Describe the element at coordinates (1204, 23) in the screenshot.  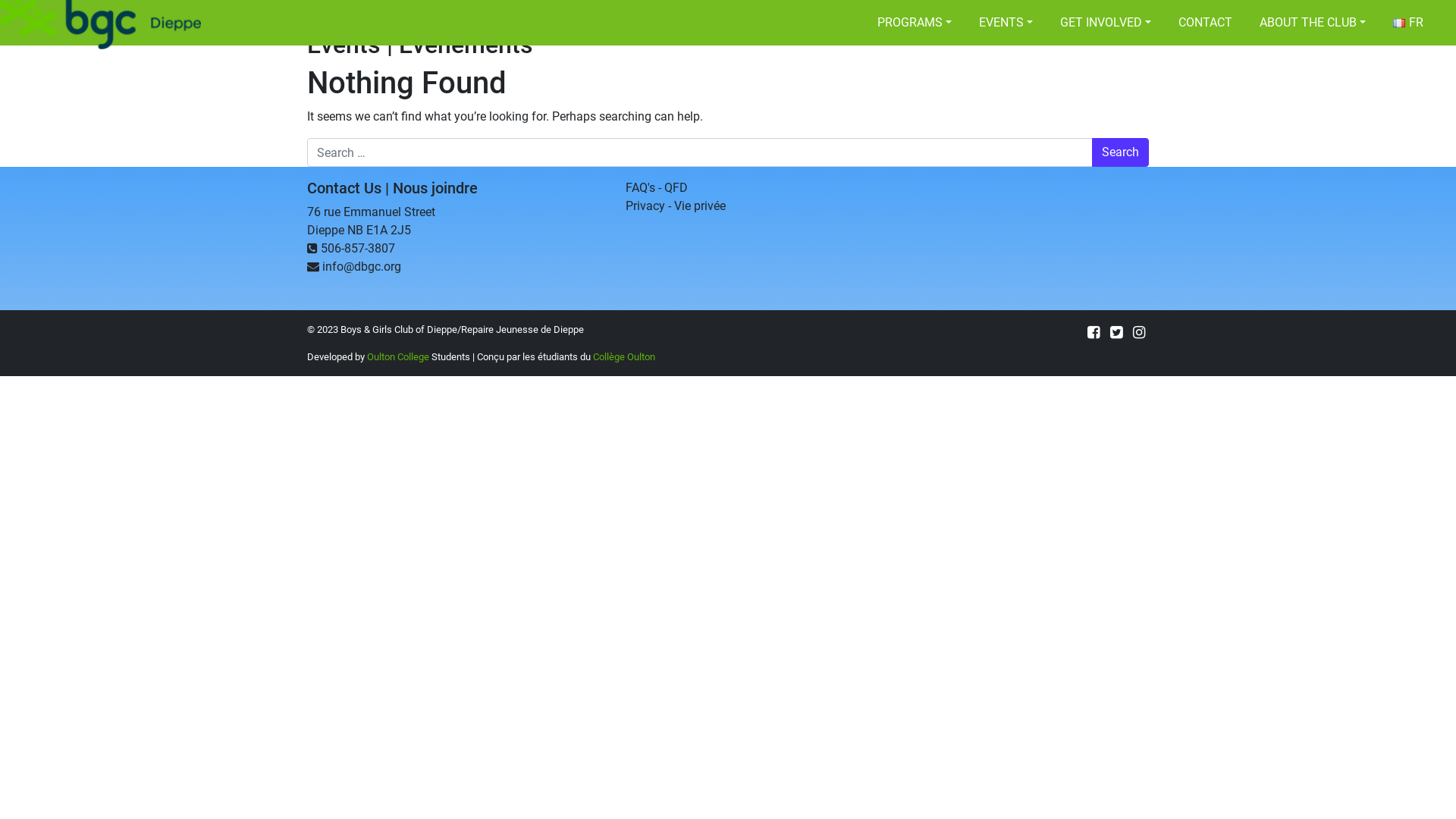
I see `'CONTACT'` at that location.